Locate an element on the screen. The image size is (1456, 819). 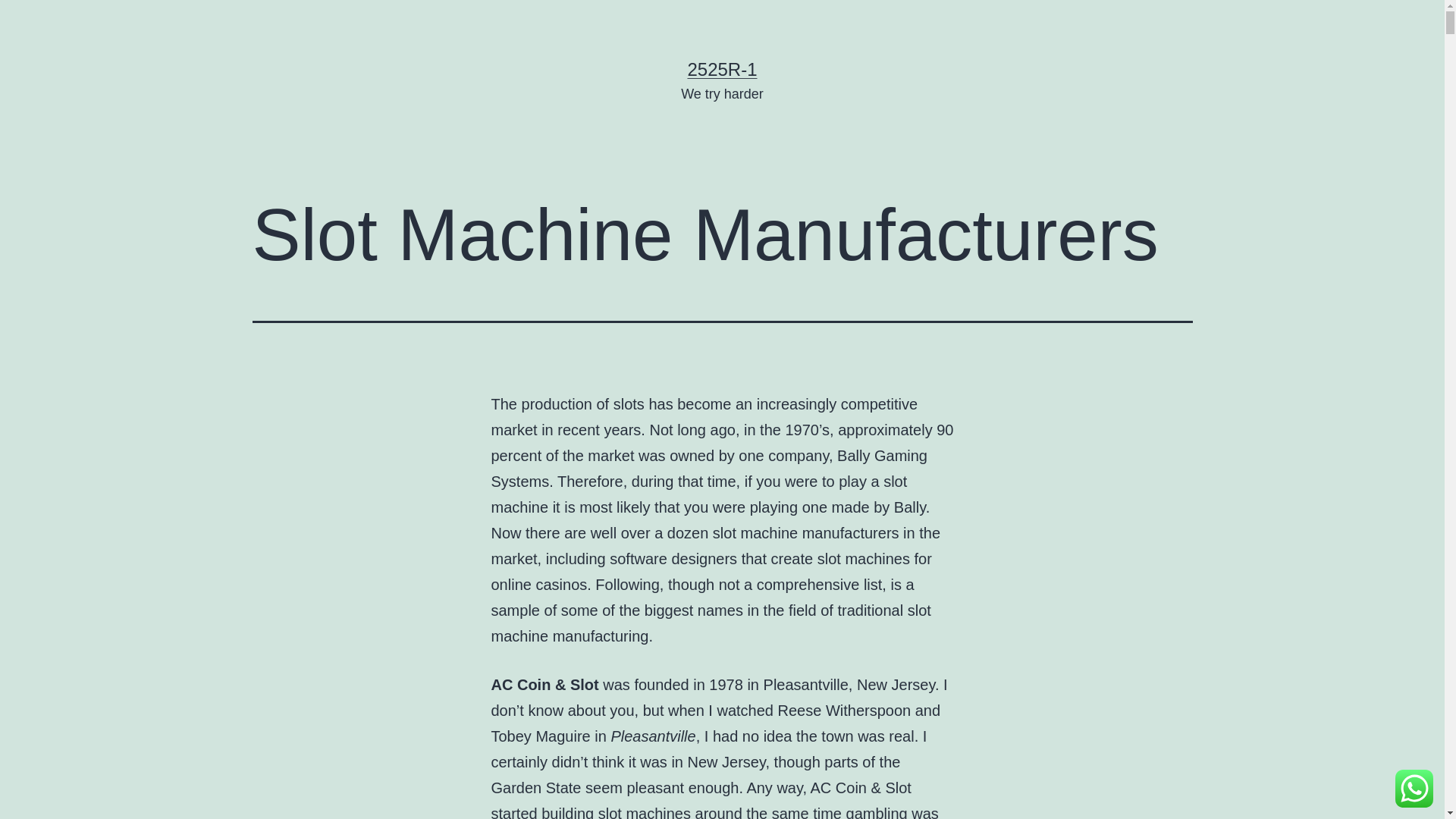
'2525R-1' is located at coordinates (720, 69).